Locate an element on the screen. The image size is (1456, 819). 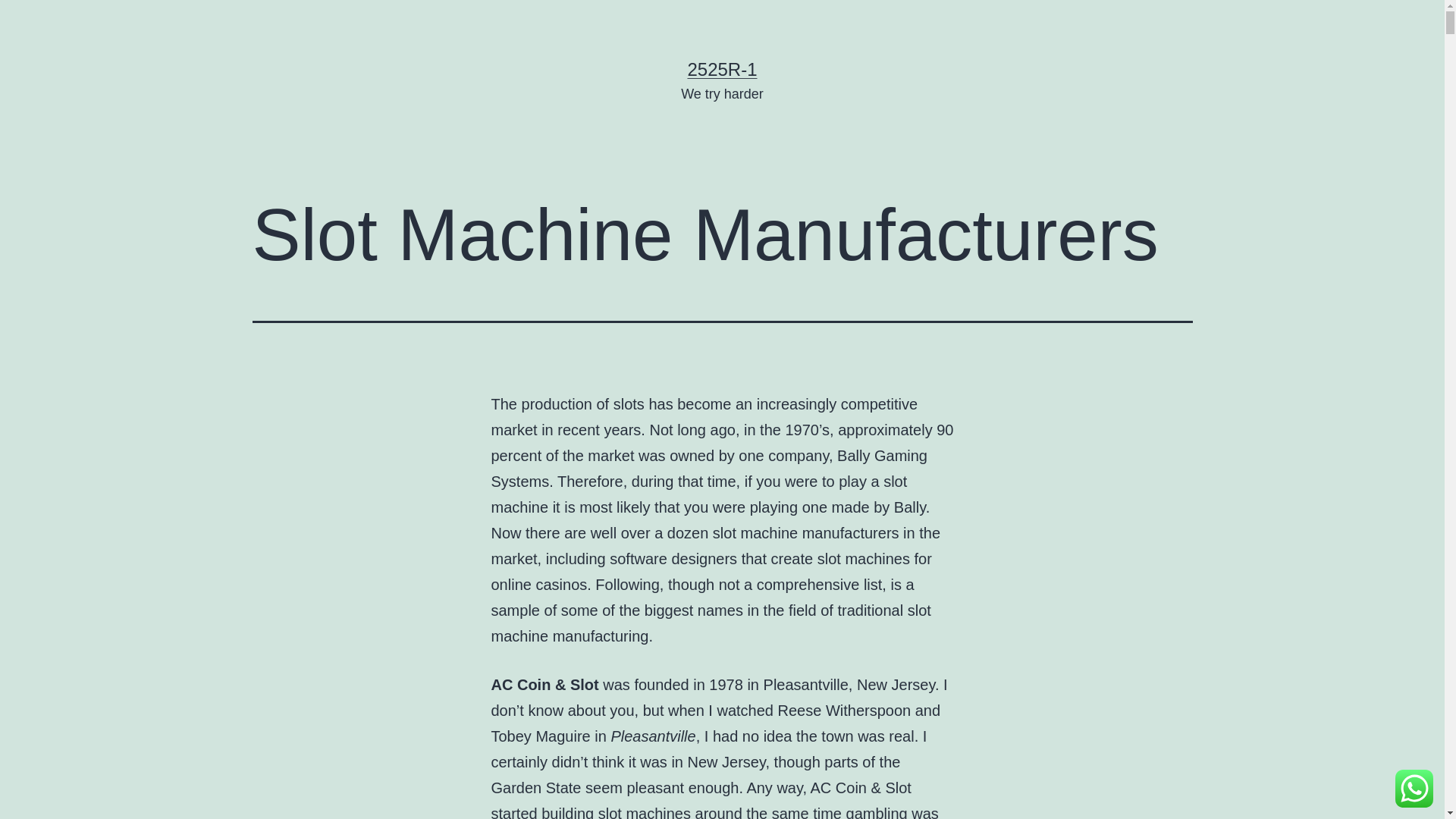
'2525R-1' is located at coordinates (720, 69).